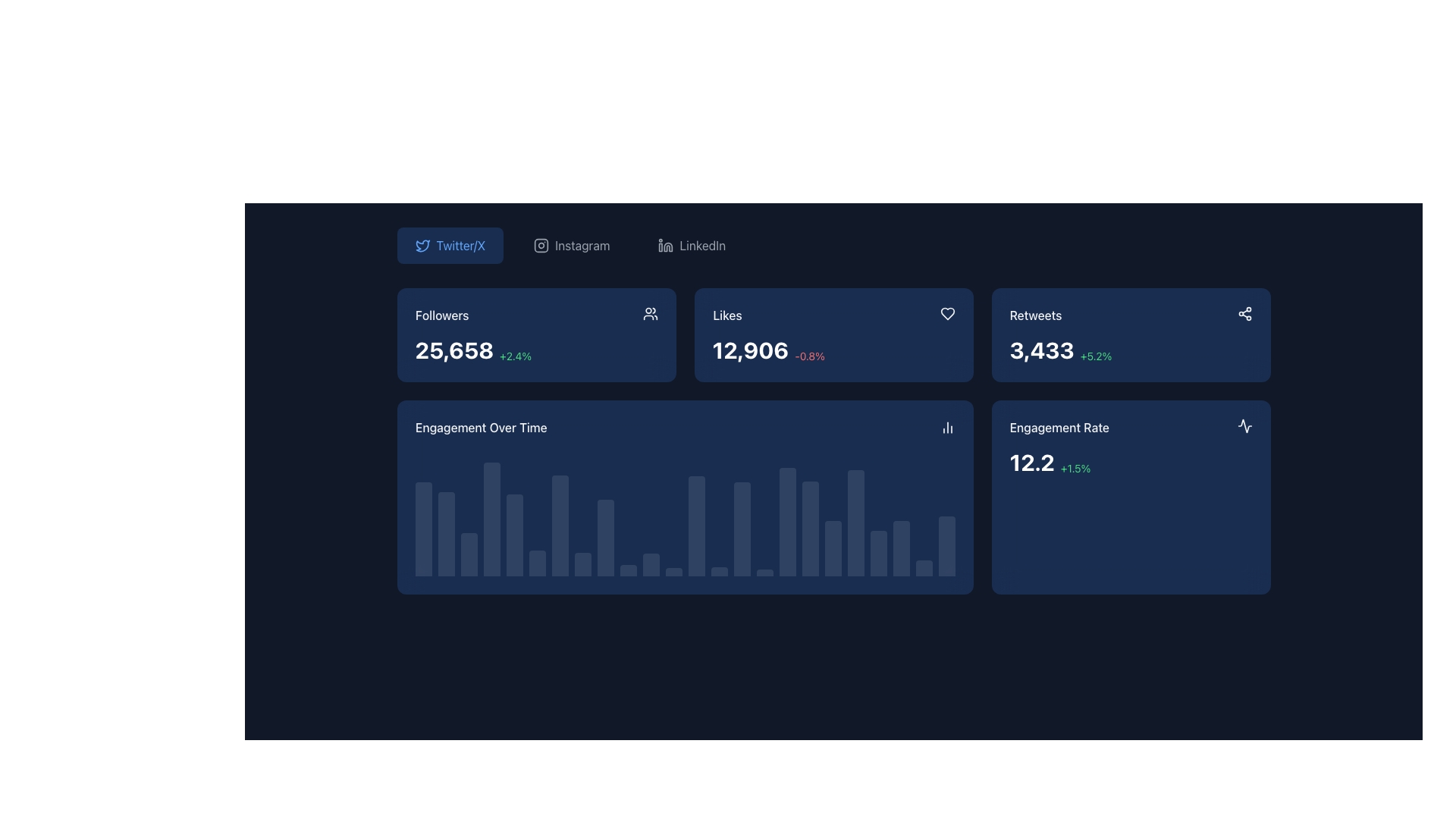 Image resolution: width=1456 pixels, height=819 pixels. Describe the element at coordinates (923, 568) in the screenshot. I see `the 24th bar in the horizontal bar chart` at that location.